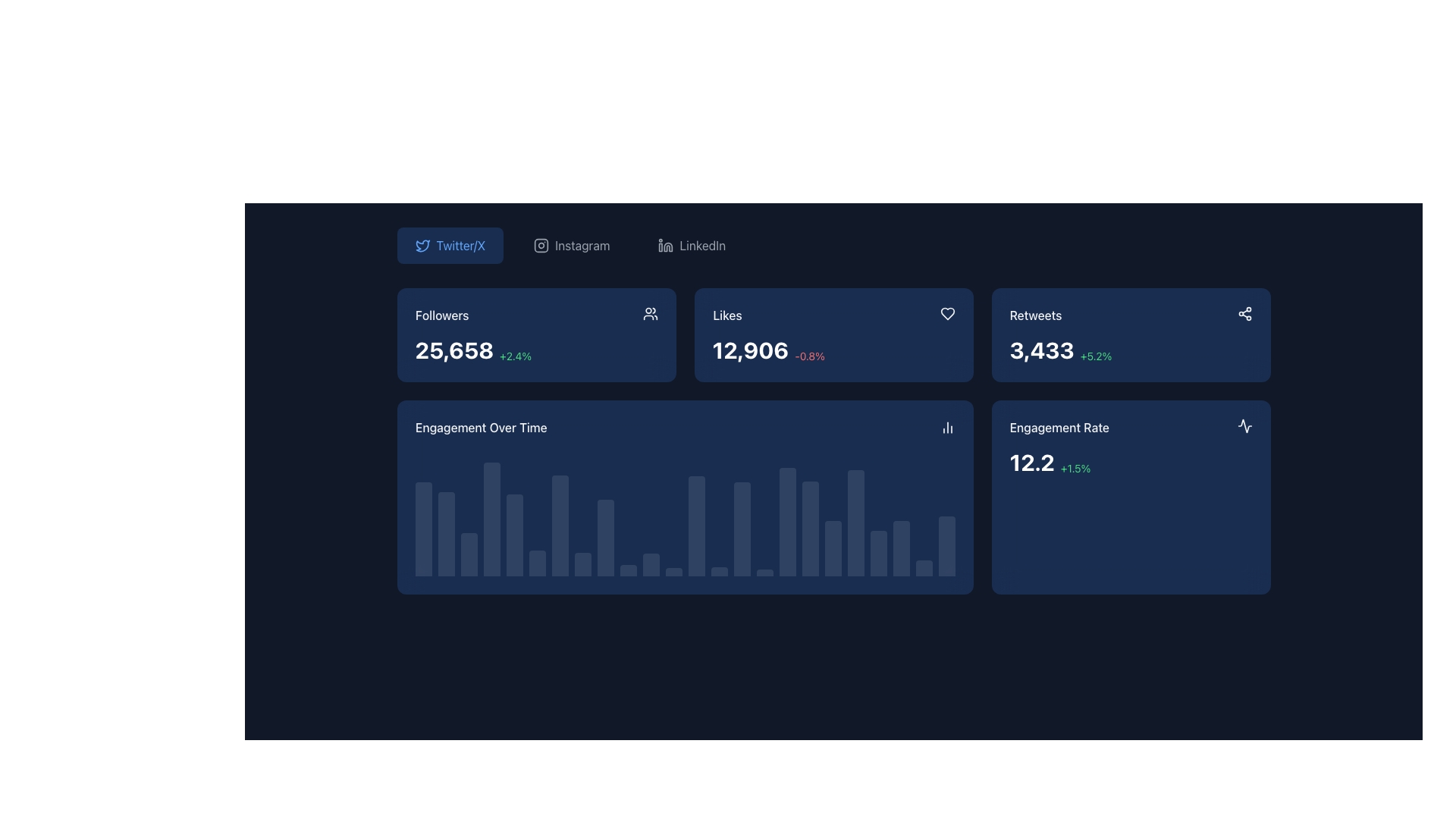 Image resolution: width=1456 pixels, height=819 pixels. Describe the element at coordinates (923, 568) in the screenshot. I see `the 24th bar in the horizontal bar chart` at that location.